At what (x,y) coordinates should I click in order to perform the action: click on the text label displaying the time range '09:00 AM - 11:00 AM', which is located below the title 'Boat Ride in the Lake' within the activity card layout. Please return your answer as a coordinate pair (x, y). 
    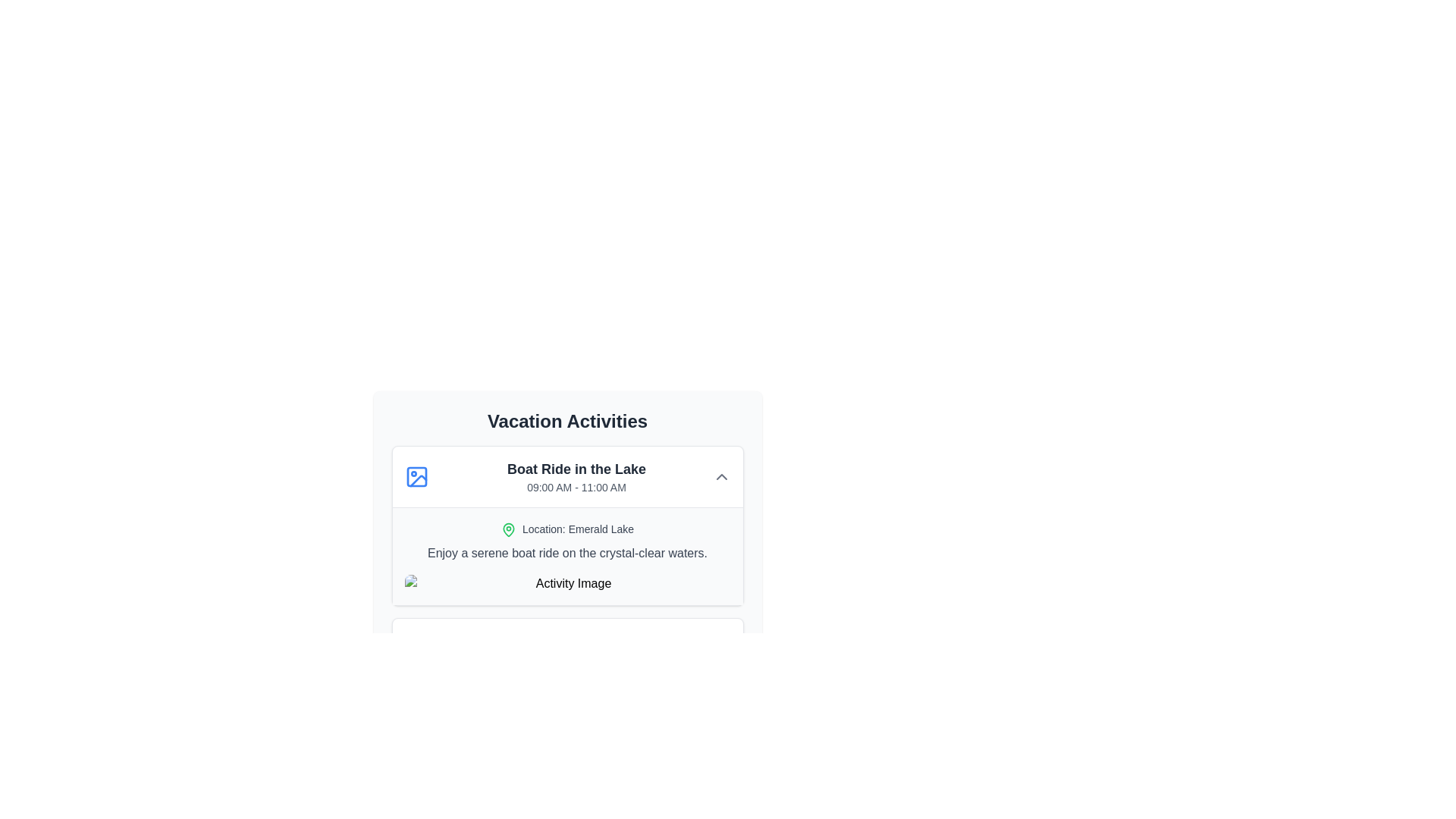
    Looking at the image, I should click on (576, 488).